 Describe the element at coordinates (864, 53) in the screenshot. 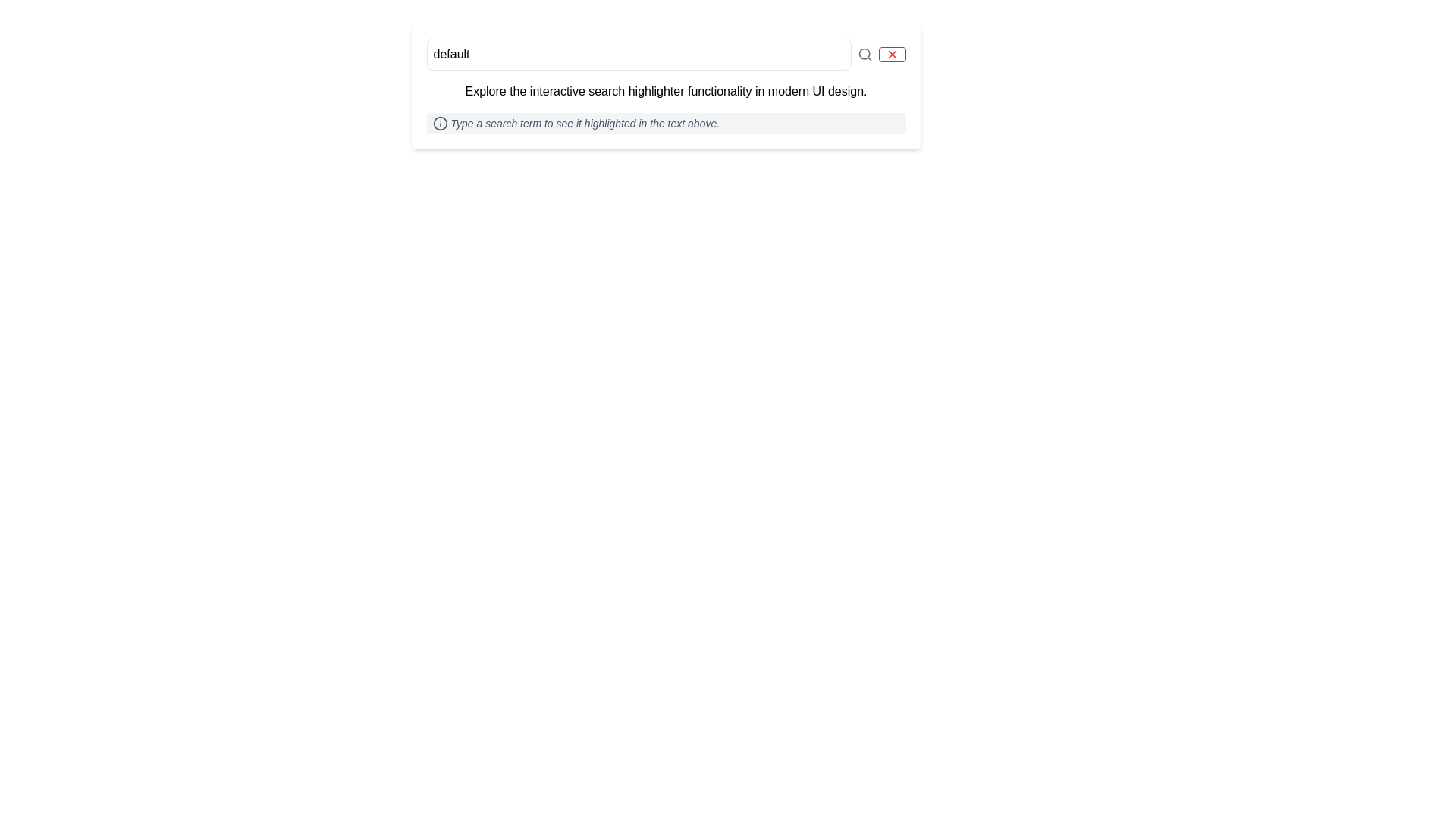

I see `the circular shape of the search icon, which represents the lens of the search functionality located on the right-hand side of the search bar component` at that location.